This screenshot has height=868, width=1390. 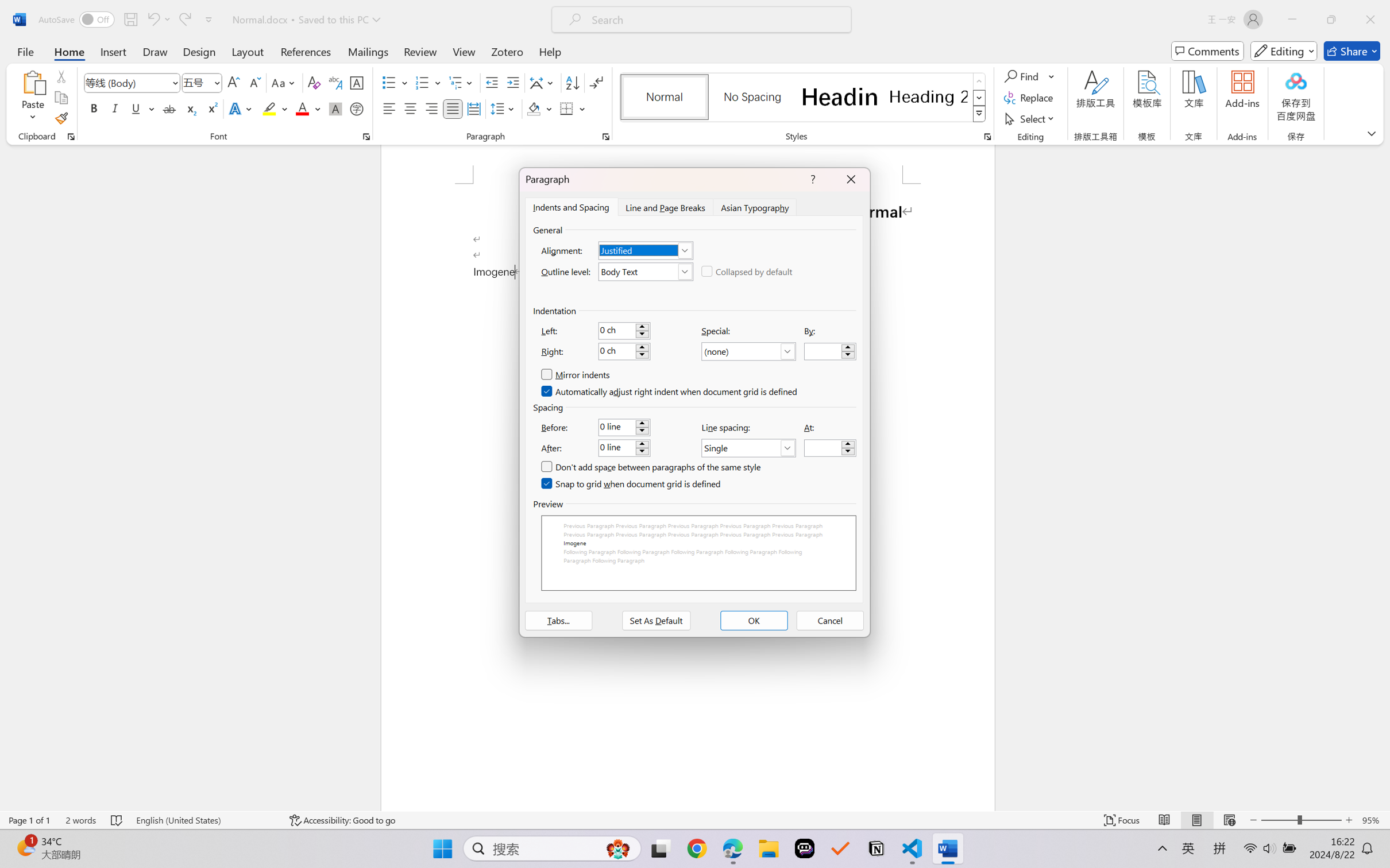 I want to click on 'Replace...', so click(x=1029, y=98).